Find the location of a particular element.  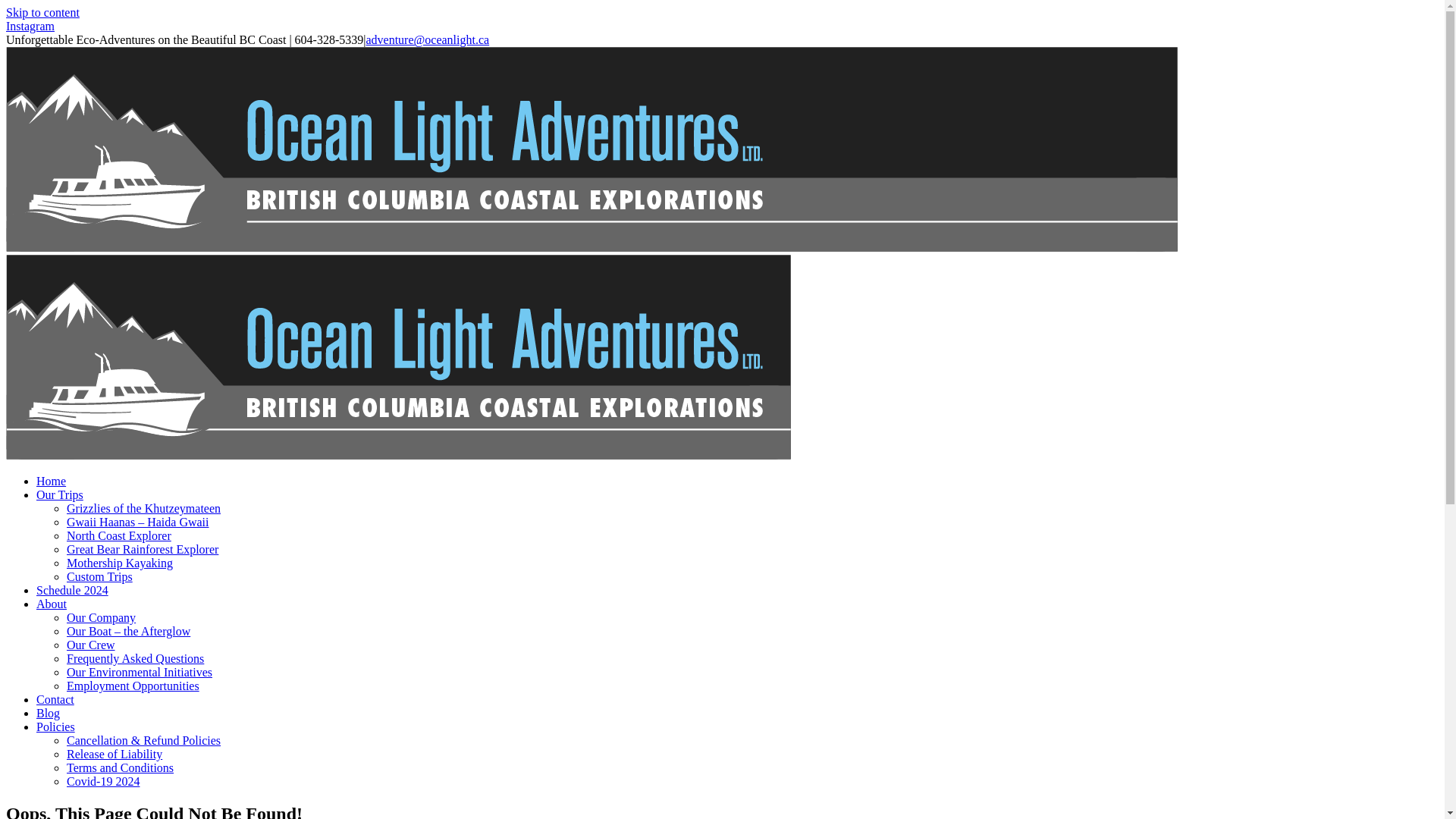

'Our Crew' is located at coordinates (90, 645).